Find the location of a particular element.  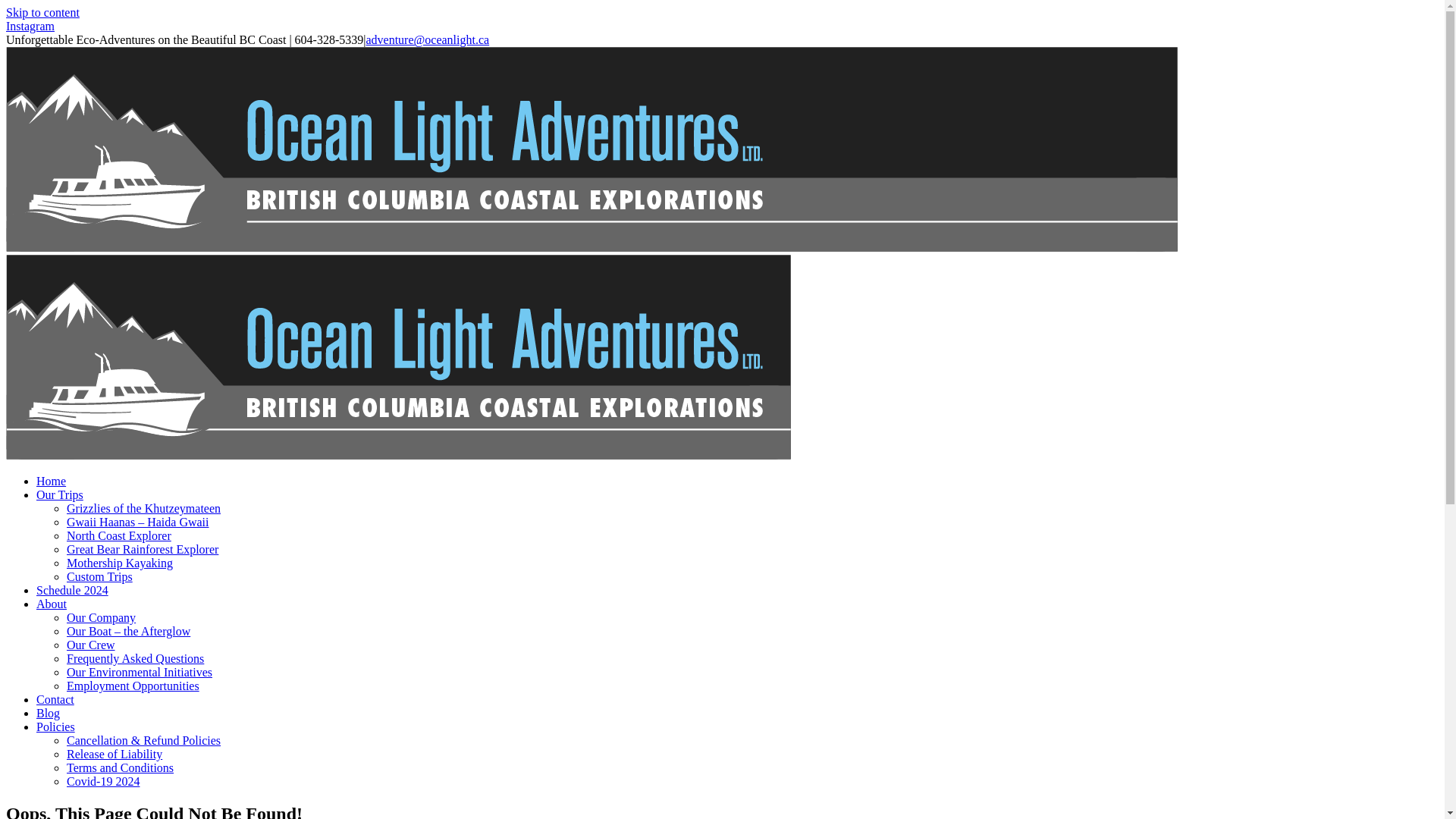

'Our Crew' is located at coordinates (90, 645).